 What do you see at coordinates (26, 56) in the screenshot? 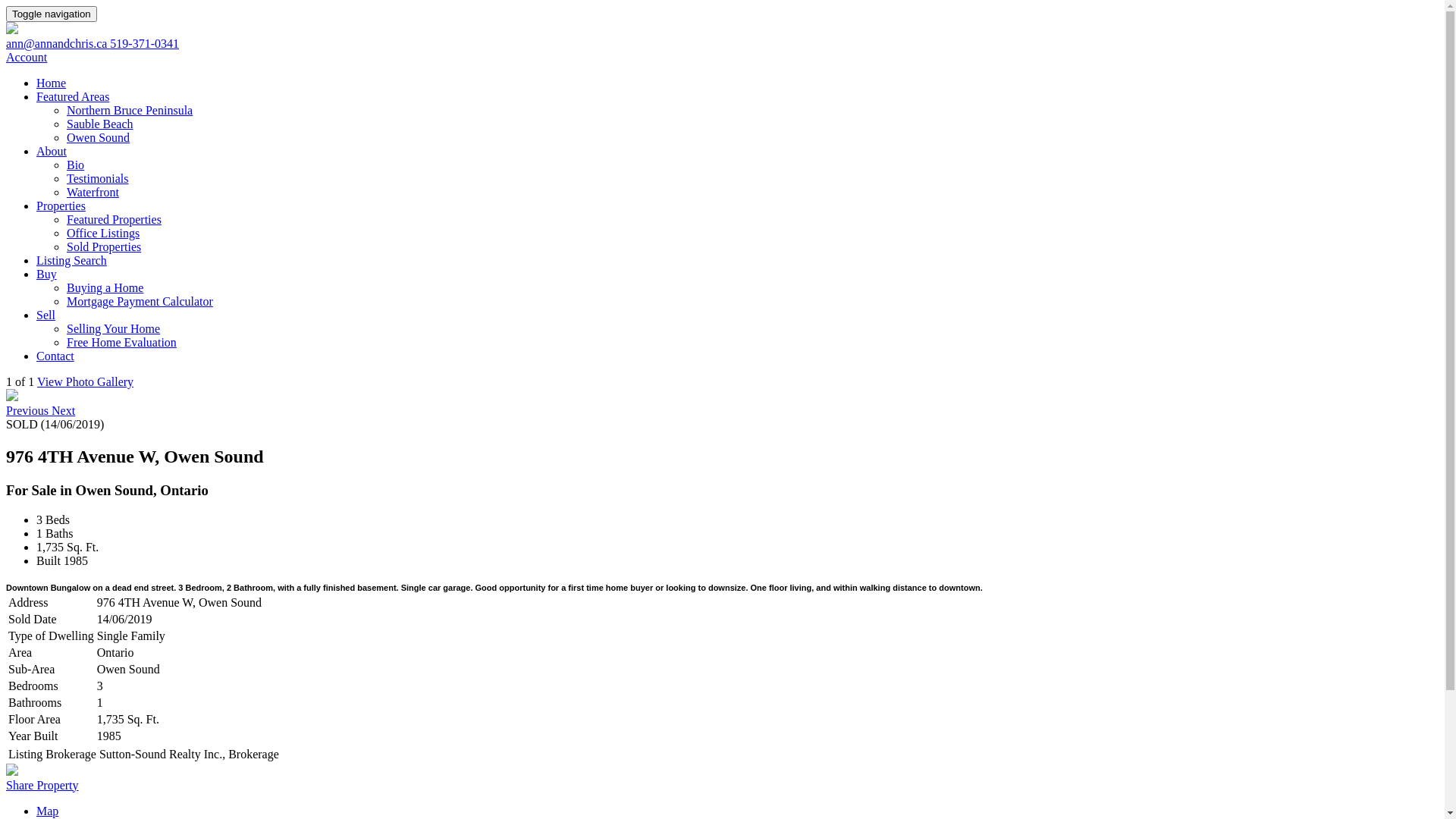
I see `'Account'` at bounding box center [26, 56].